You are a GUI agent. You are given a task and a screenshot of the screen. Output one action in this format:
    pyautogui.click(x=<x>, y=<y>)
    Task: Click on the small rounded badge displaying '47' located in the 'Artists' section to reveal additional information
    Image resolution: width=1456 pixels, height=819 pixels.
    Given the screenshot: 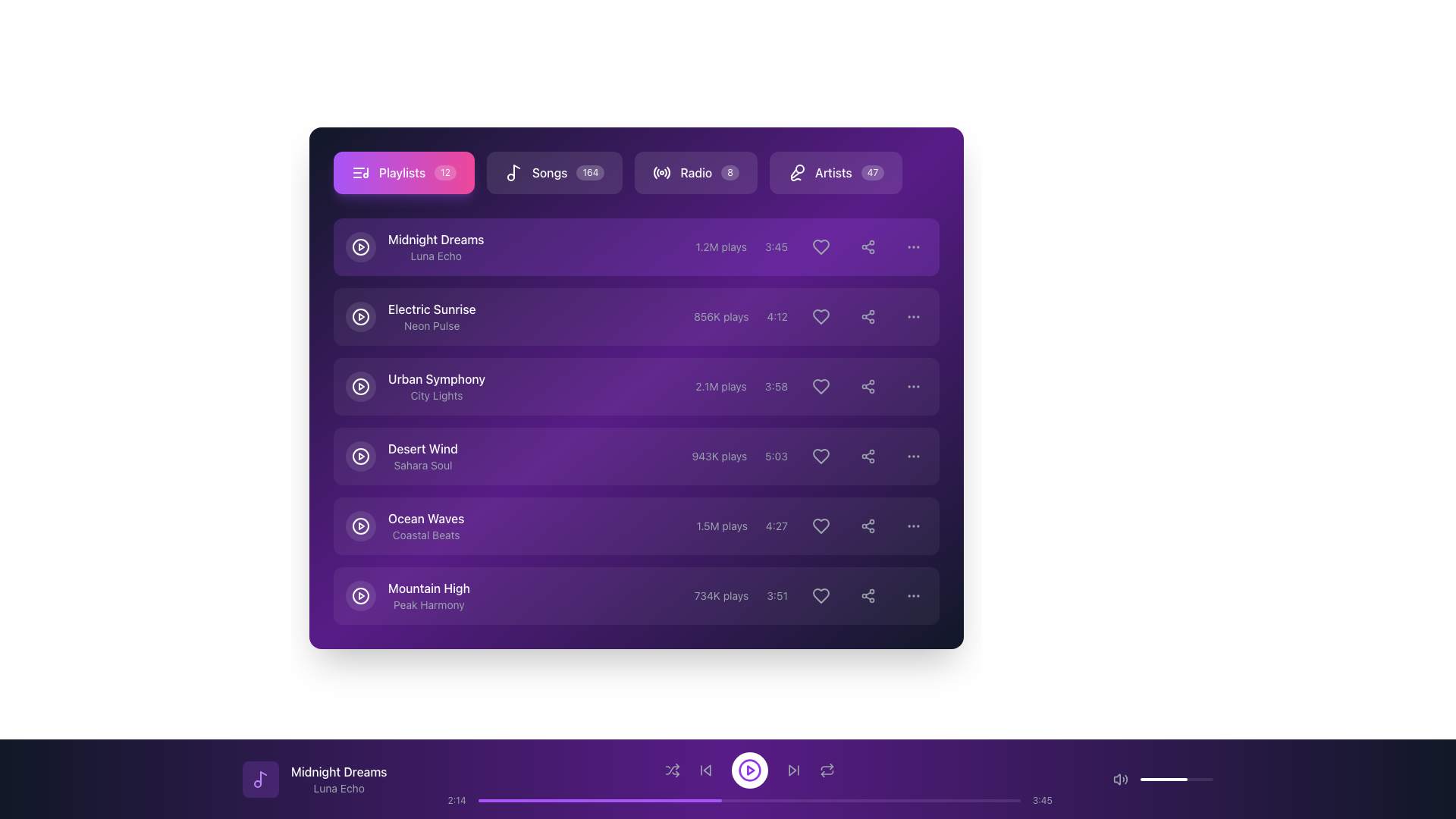 What is the action you would take?
    pyautogui.click(x=873, y=171)
    